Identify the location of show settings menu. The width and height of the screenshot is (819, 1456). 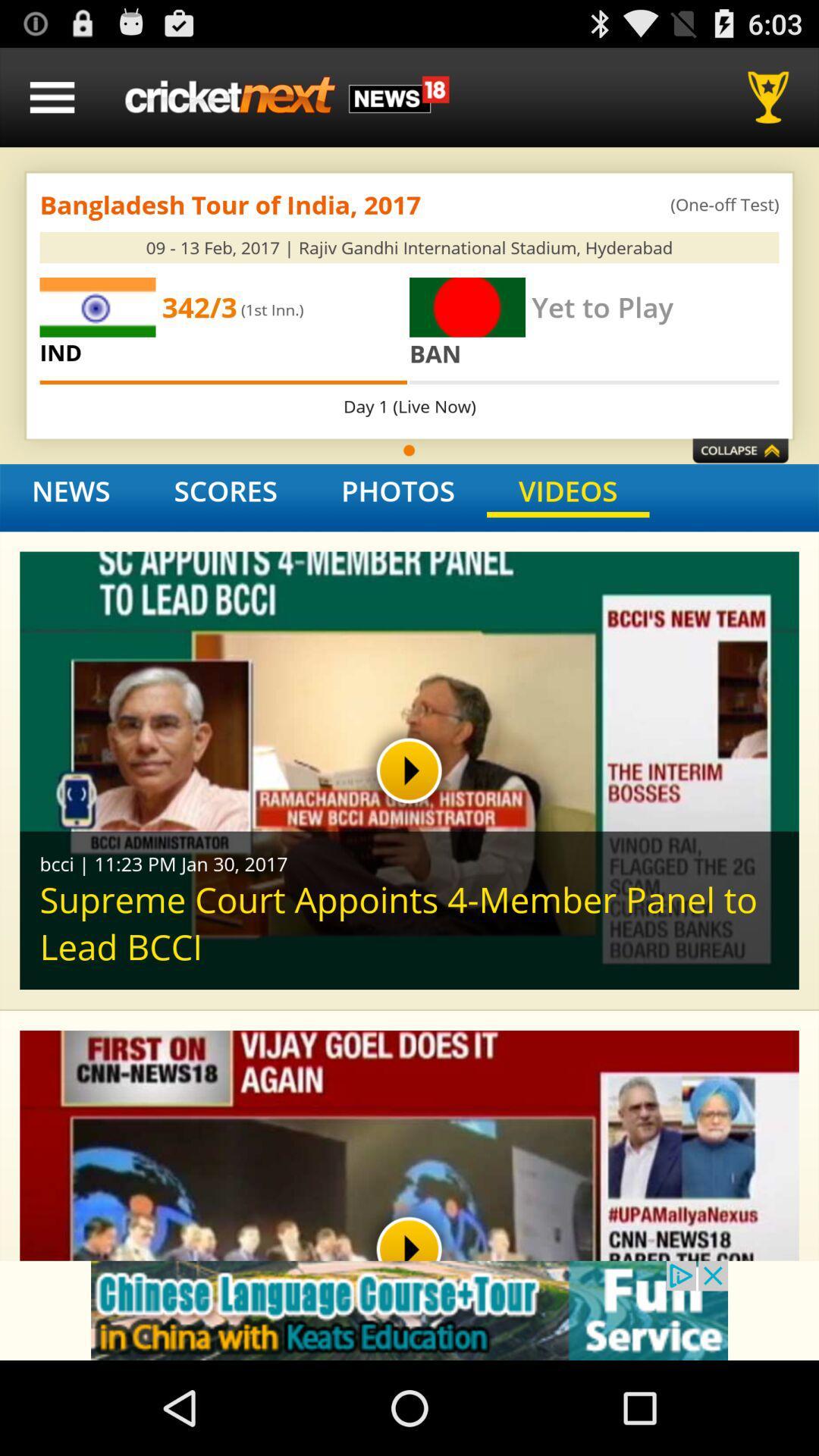
(52, 96).